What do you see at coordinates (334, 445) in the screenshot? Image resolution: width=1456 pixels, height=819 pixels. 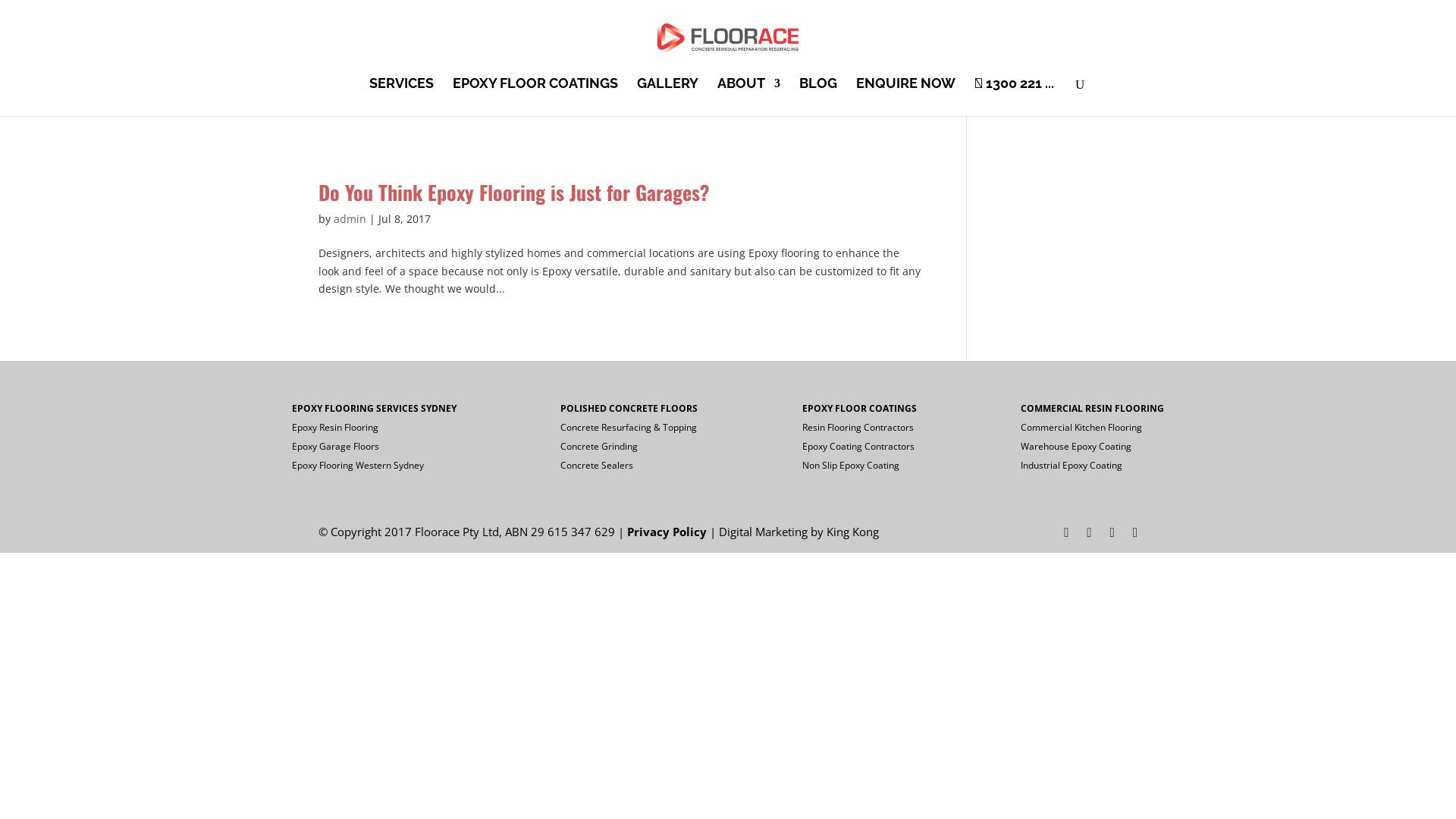 I see `'Epoxy Garage Floors'` at bounding box center [334, 445].